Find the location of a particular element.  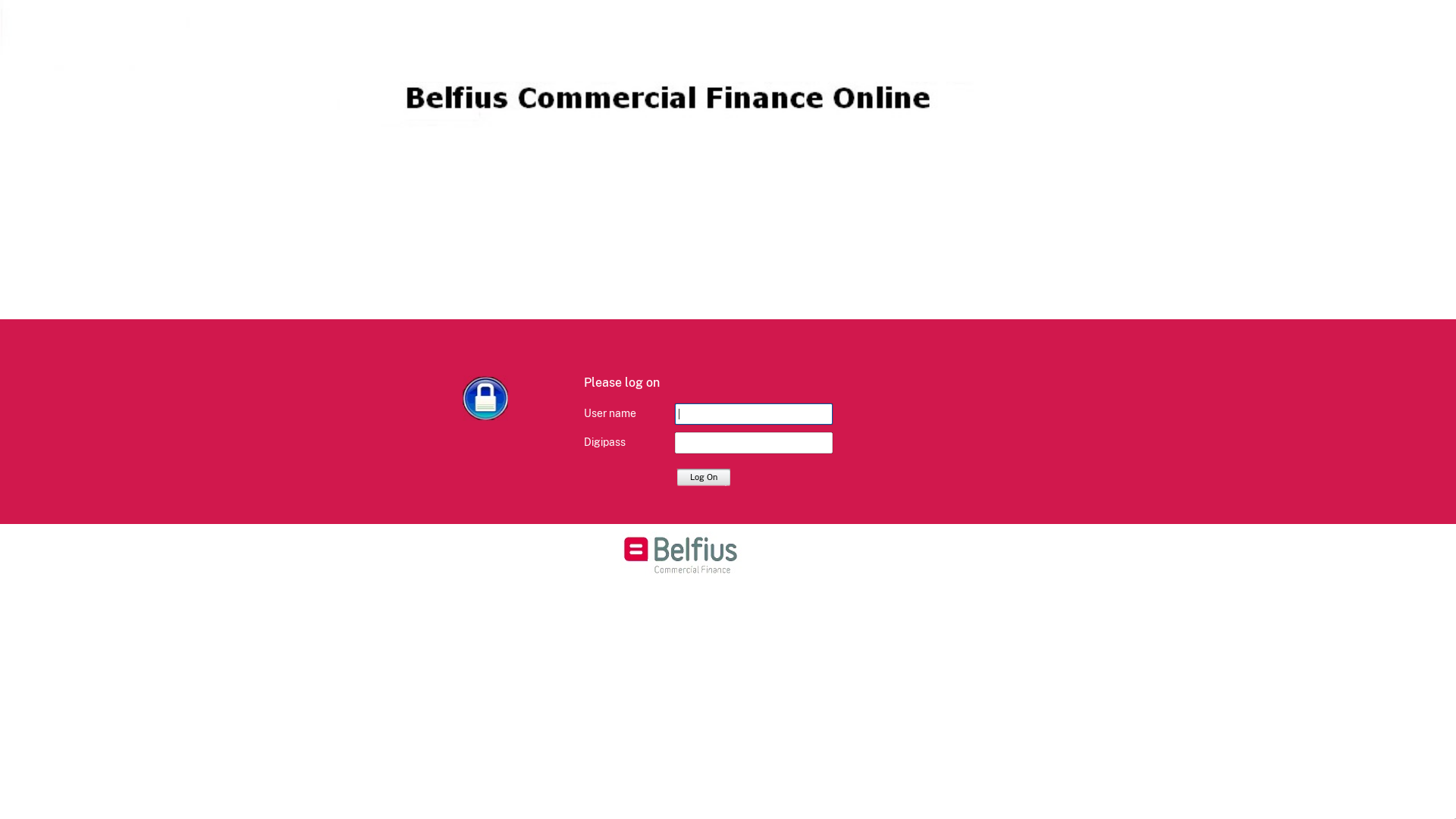

'Log On' is located at coordinates (702, 475).